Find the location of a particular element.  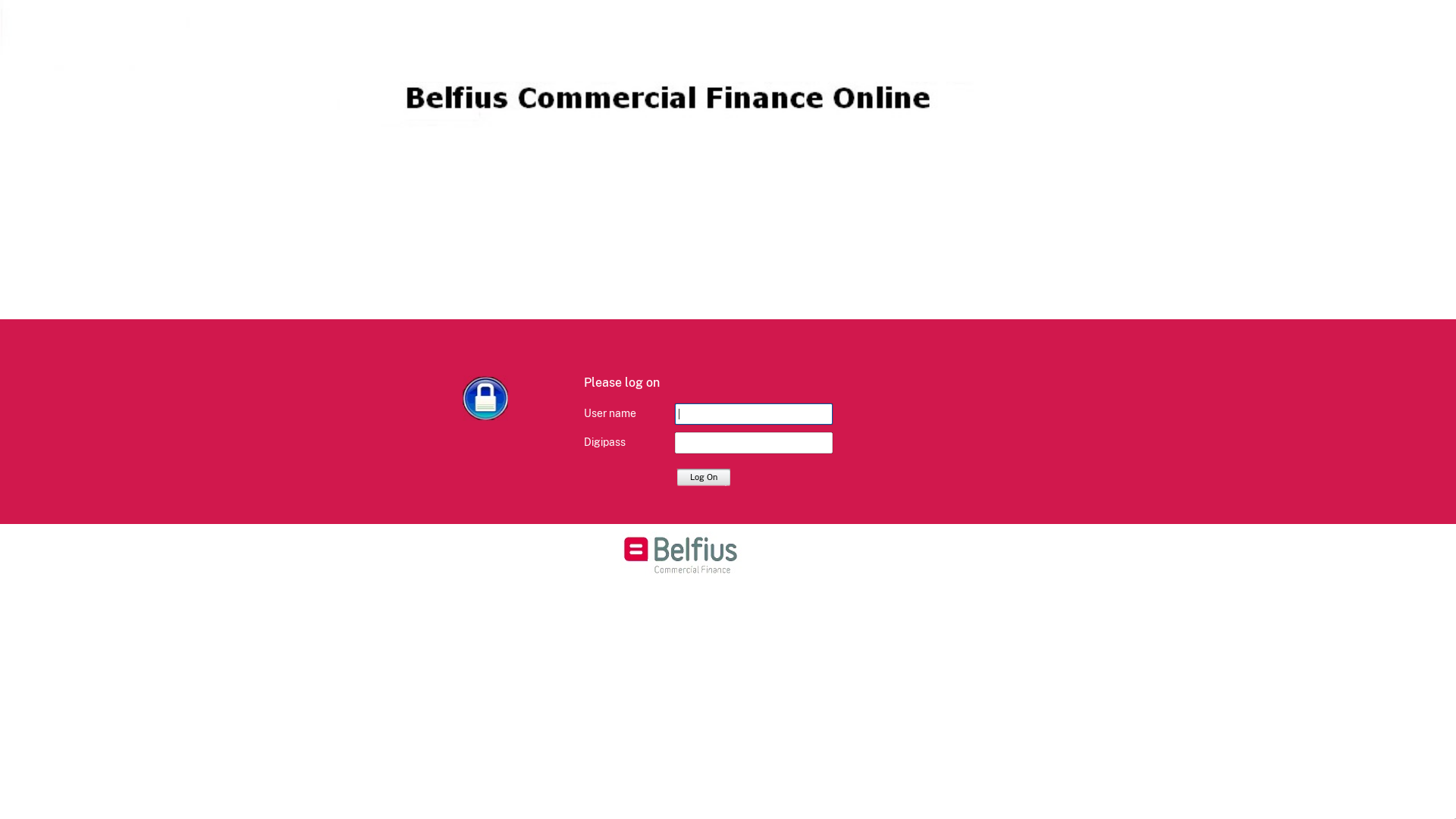

'Log On' is located at coordinates (702, 475).